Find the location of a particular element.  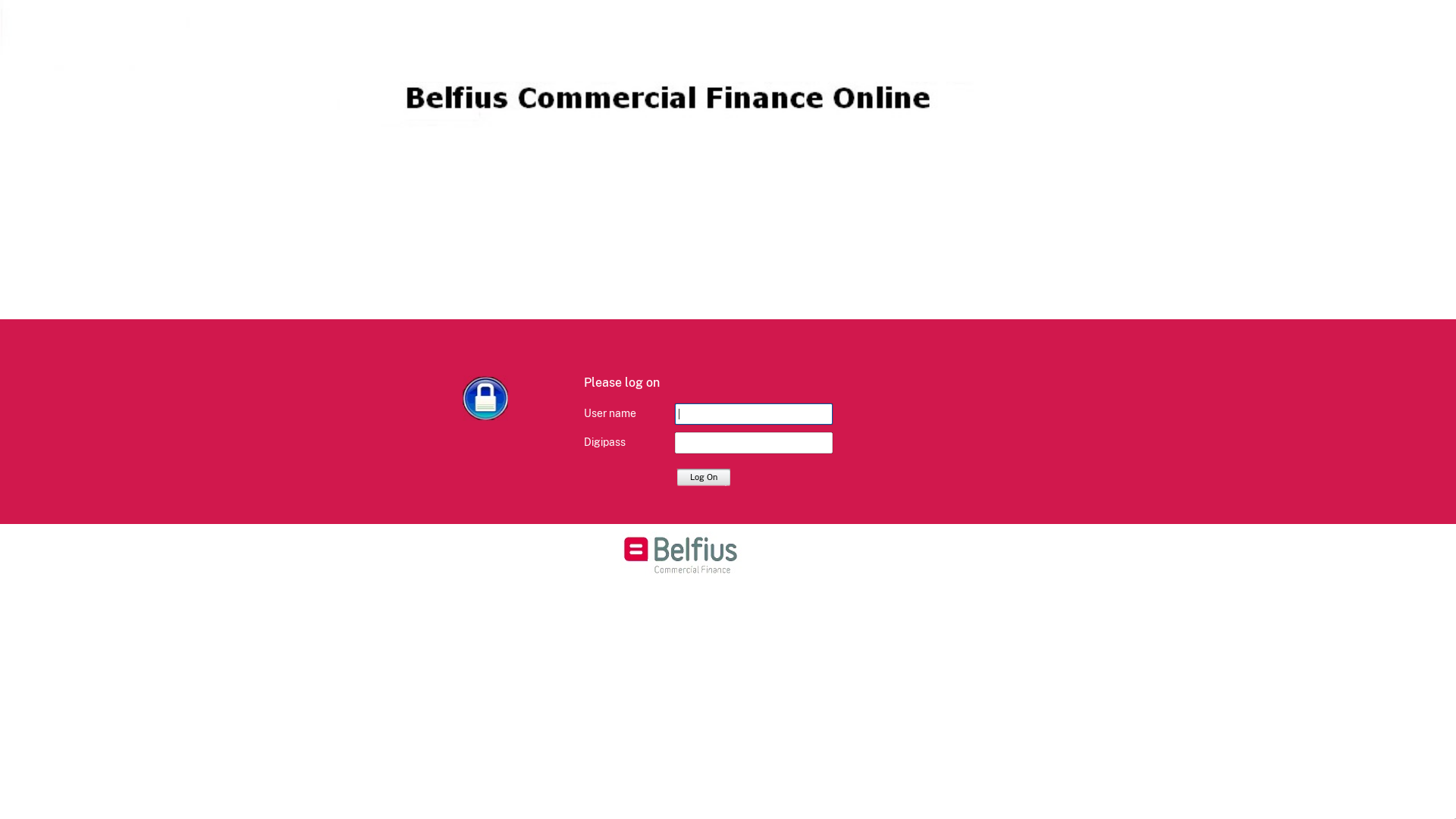

'Log On' is located at coordinates (702, 475).